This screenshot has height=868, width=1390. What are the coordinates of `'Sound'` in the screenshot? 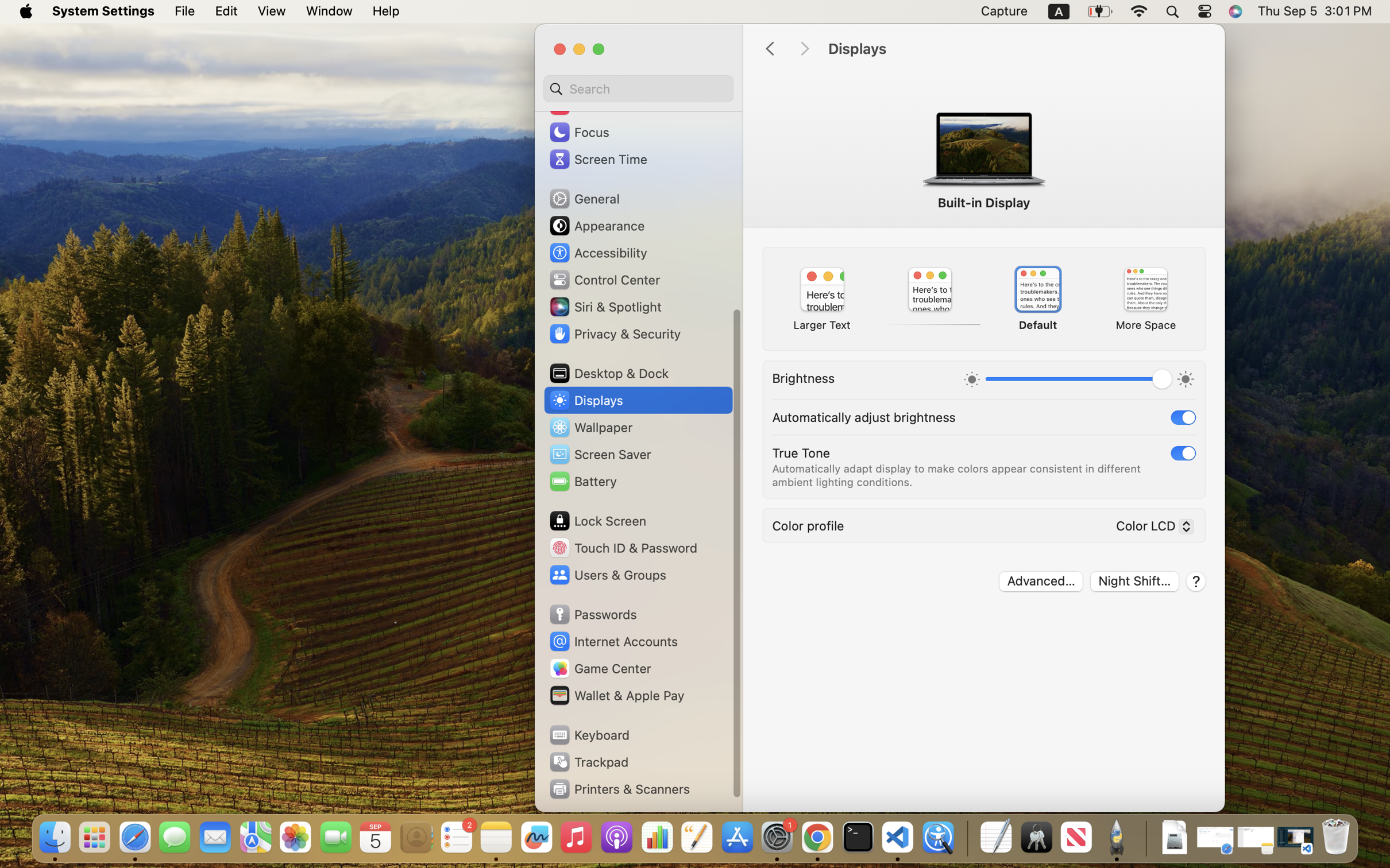 It's located at (580, 104).